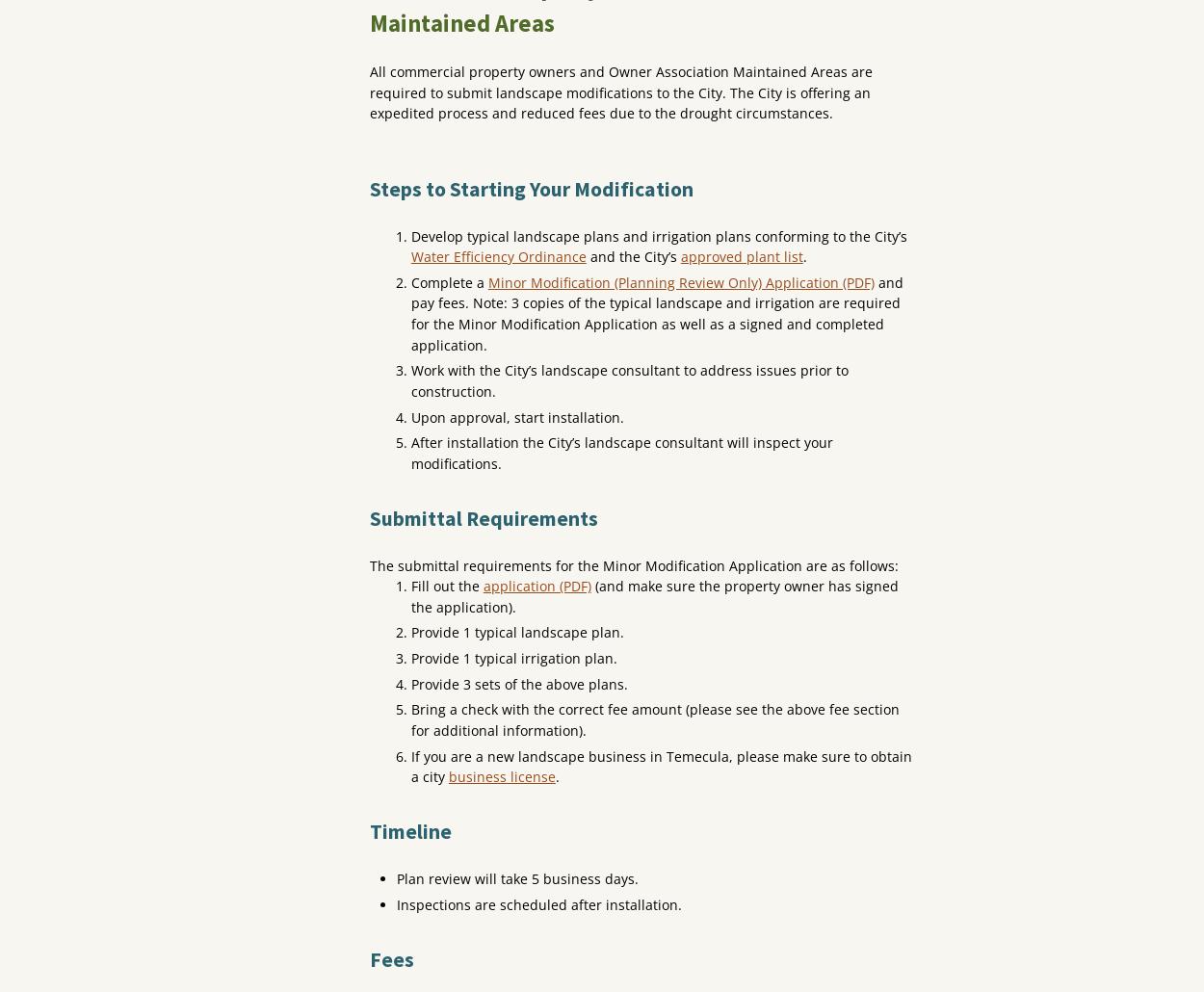 The image size is (1204, 992). What do you see at coordinates (661, 765) in the screenshot?
I see `'If you are a new landscape business in Temecula, please make sure to obtain a city'` at bounding box center [661, 765].